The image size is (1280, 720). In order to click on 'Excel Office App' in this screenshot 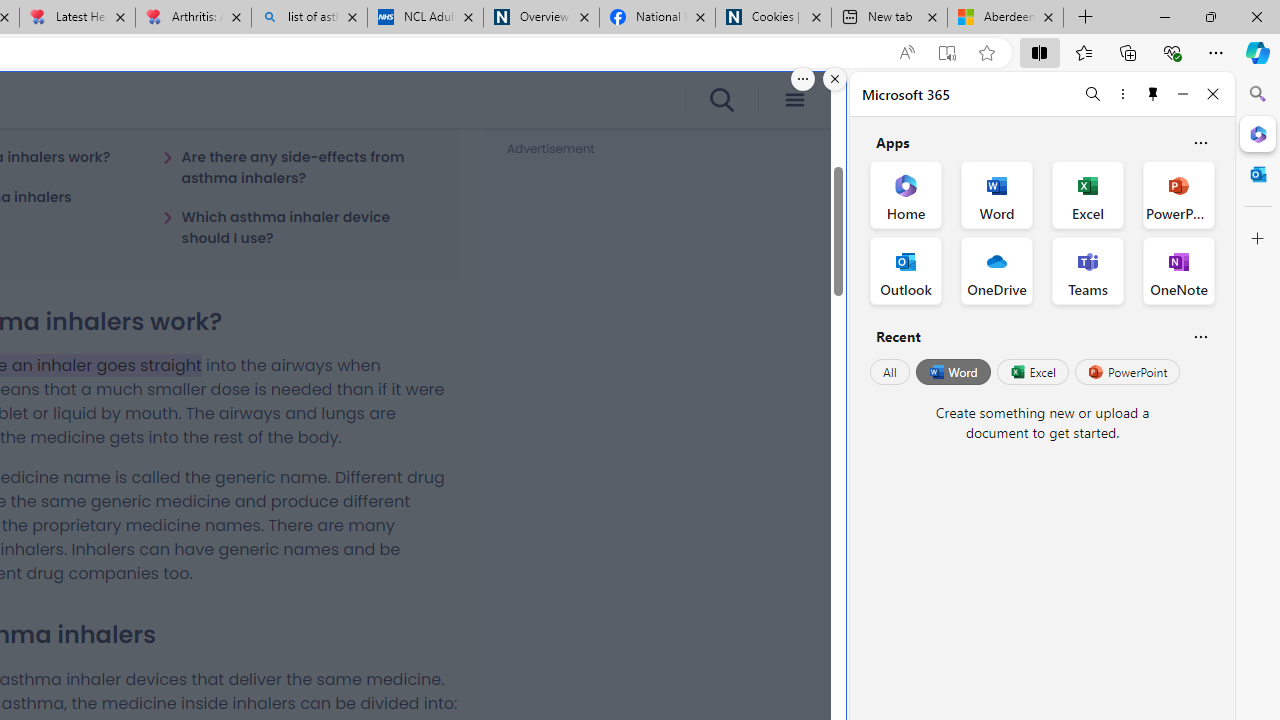, I will do `click(1087, 195)`.